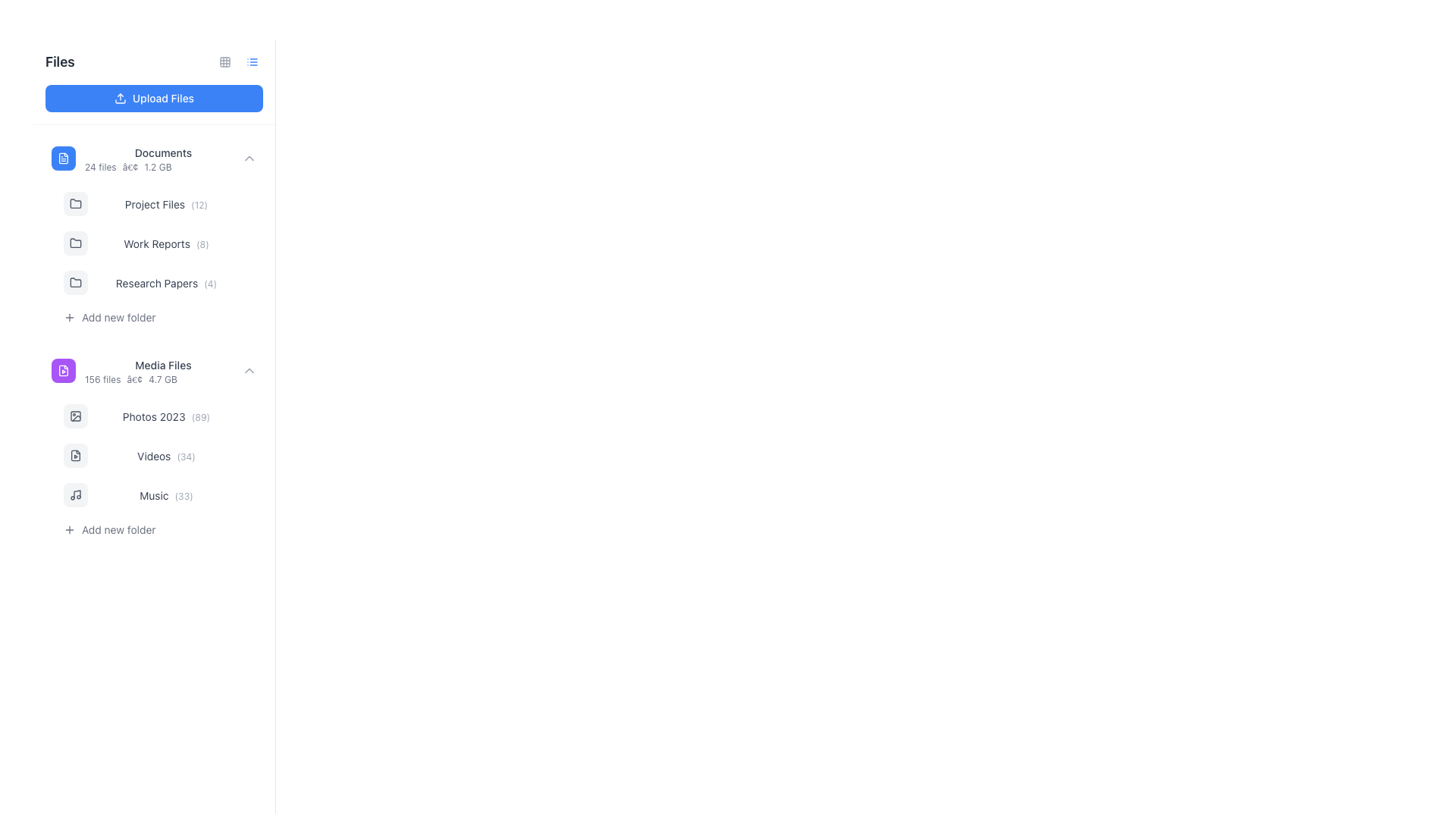  Describe the element at coordinates (163, 379) in the screenshot. I see `the text label displaying '4.7 GB', located under the 'Media Files' section, which is the third segment in a horizontal group of texts` at that location.